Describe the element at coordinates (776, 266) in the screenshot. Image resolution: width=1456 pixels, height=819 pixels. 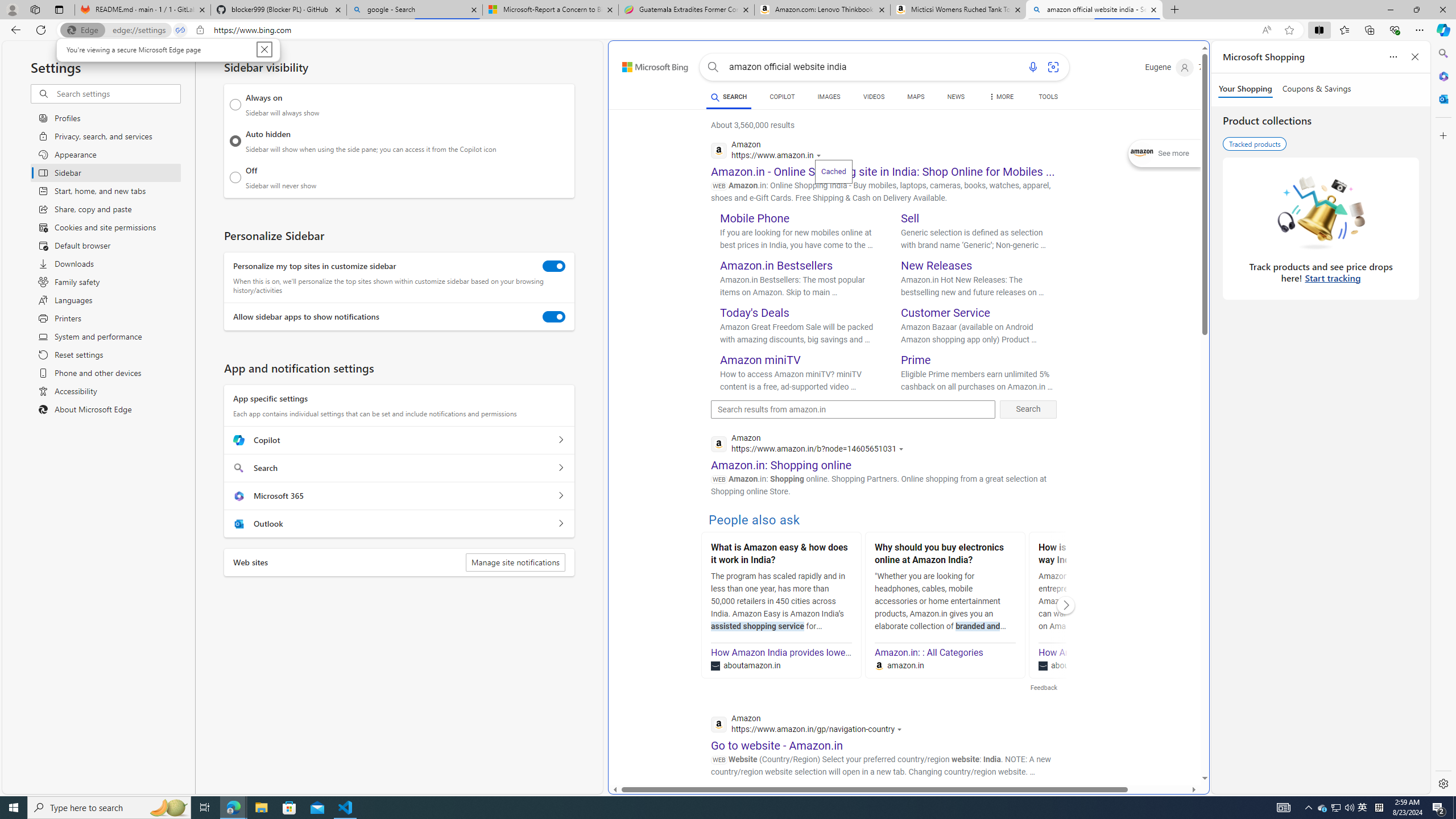
I see `'Amazon.in Bestsellers'` at that location.